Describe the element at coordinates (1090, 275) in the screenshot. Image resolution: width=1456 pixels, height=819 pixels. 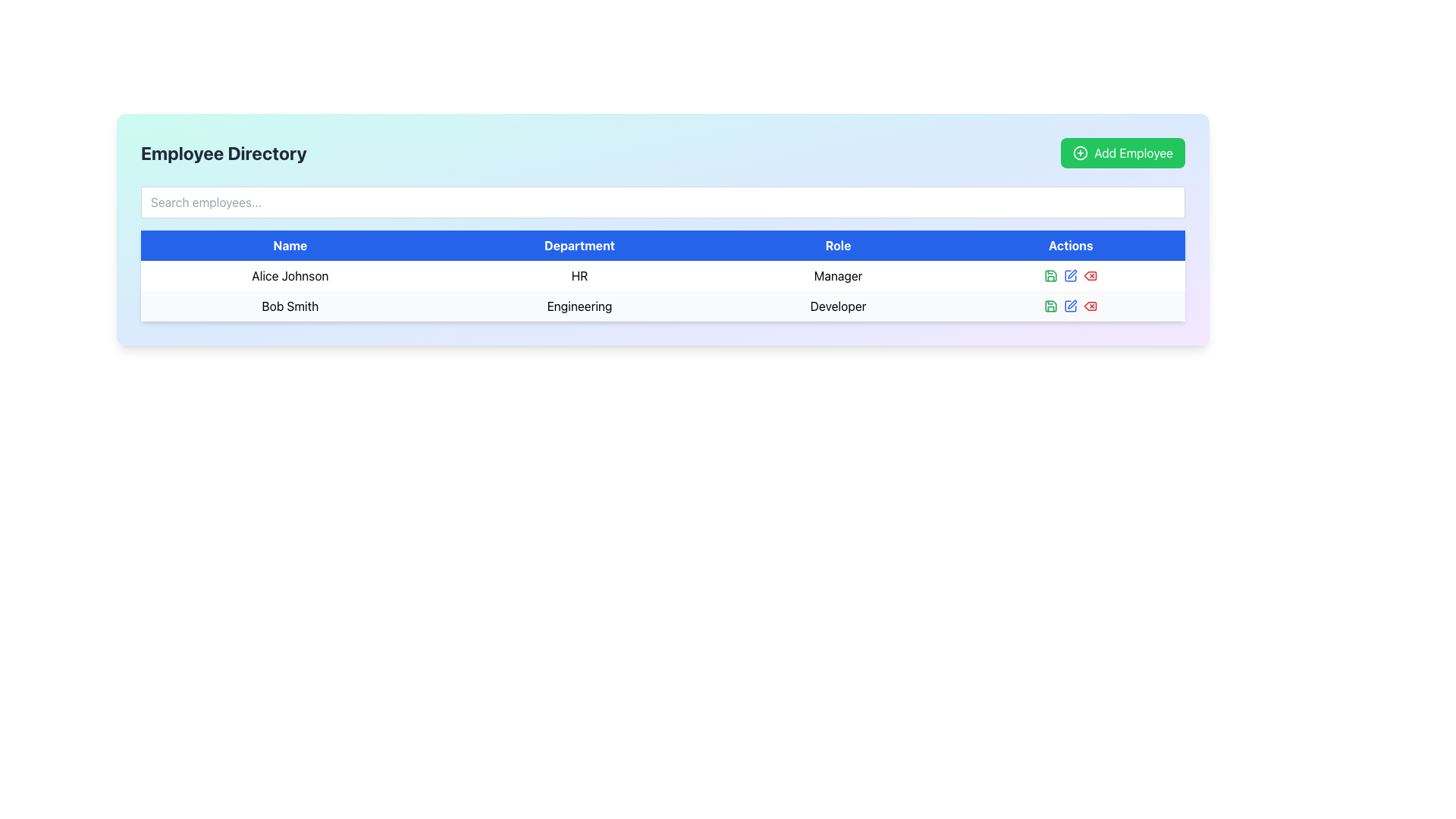
I see `the delete button represented by a trash can icon with a red cross overlay in the 'Actions' cell of the second table row for the entry related to 'Bob Smith'` at that location.